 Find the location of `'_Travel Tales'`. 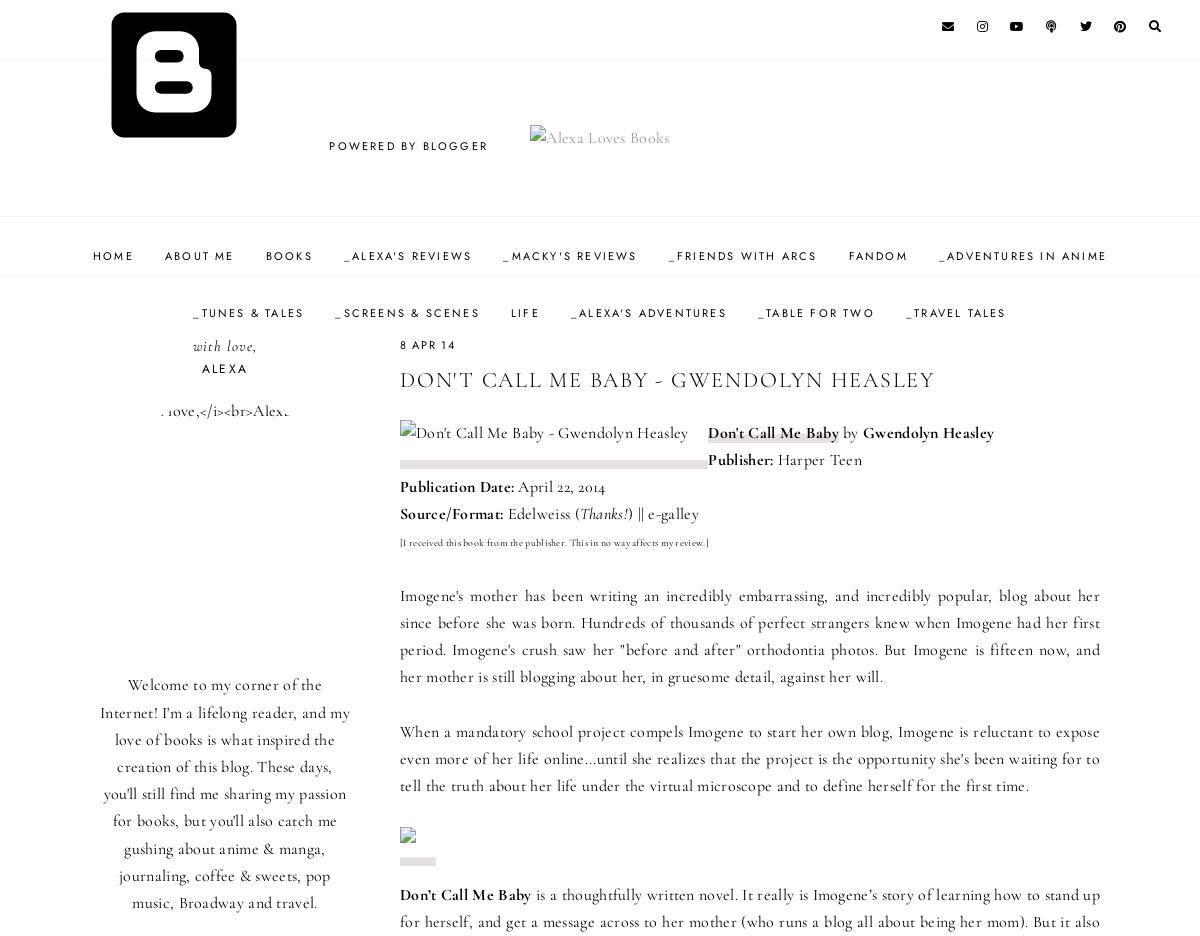

'_Travel Tales' is located at coordinates (956, 312).